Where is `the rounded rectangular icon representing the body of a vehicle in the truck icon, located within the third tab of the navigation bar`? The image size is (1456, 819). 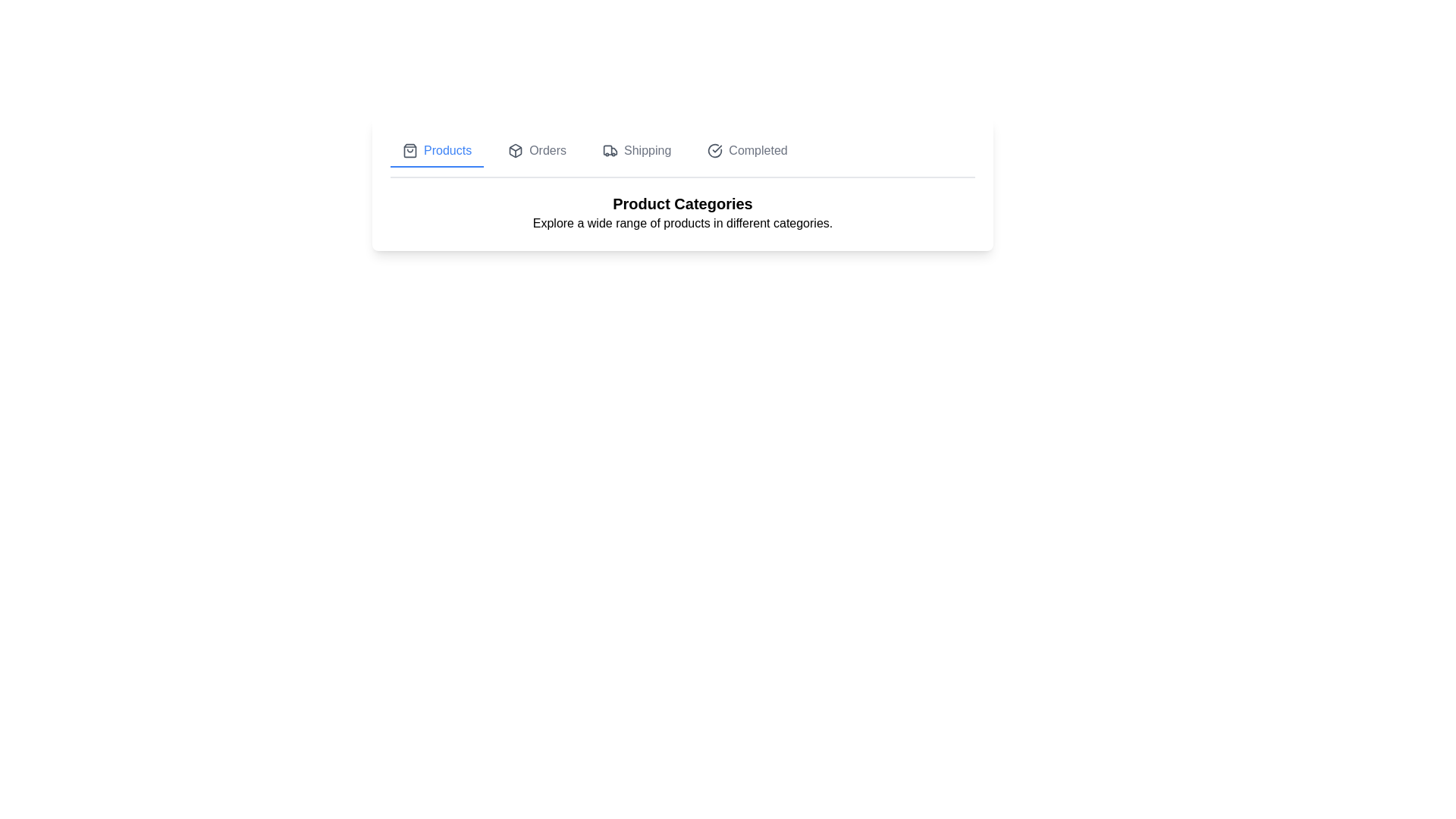
the rounded rectangular icon representing the body of a vehicle in the truck icon, located within the third tab of the navigation bar is located at coordinates (607, 150).